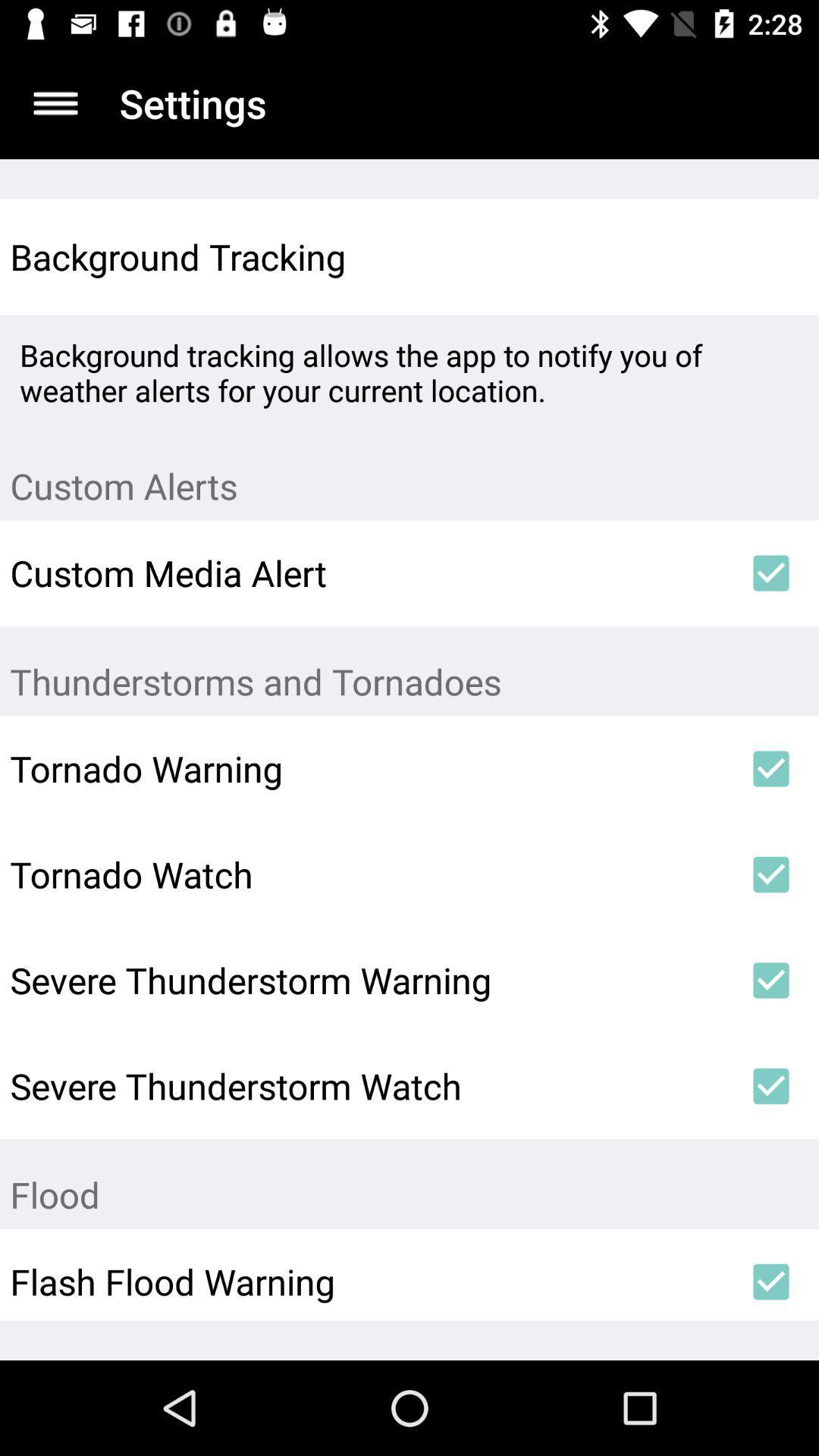  I want to click on the item next to settings, so click(55, 102).